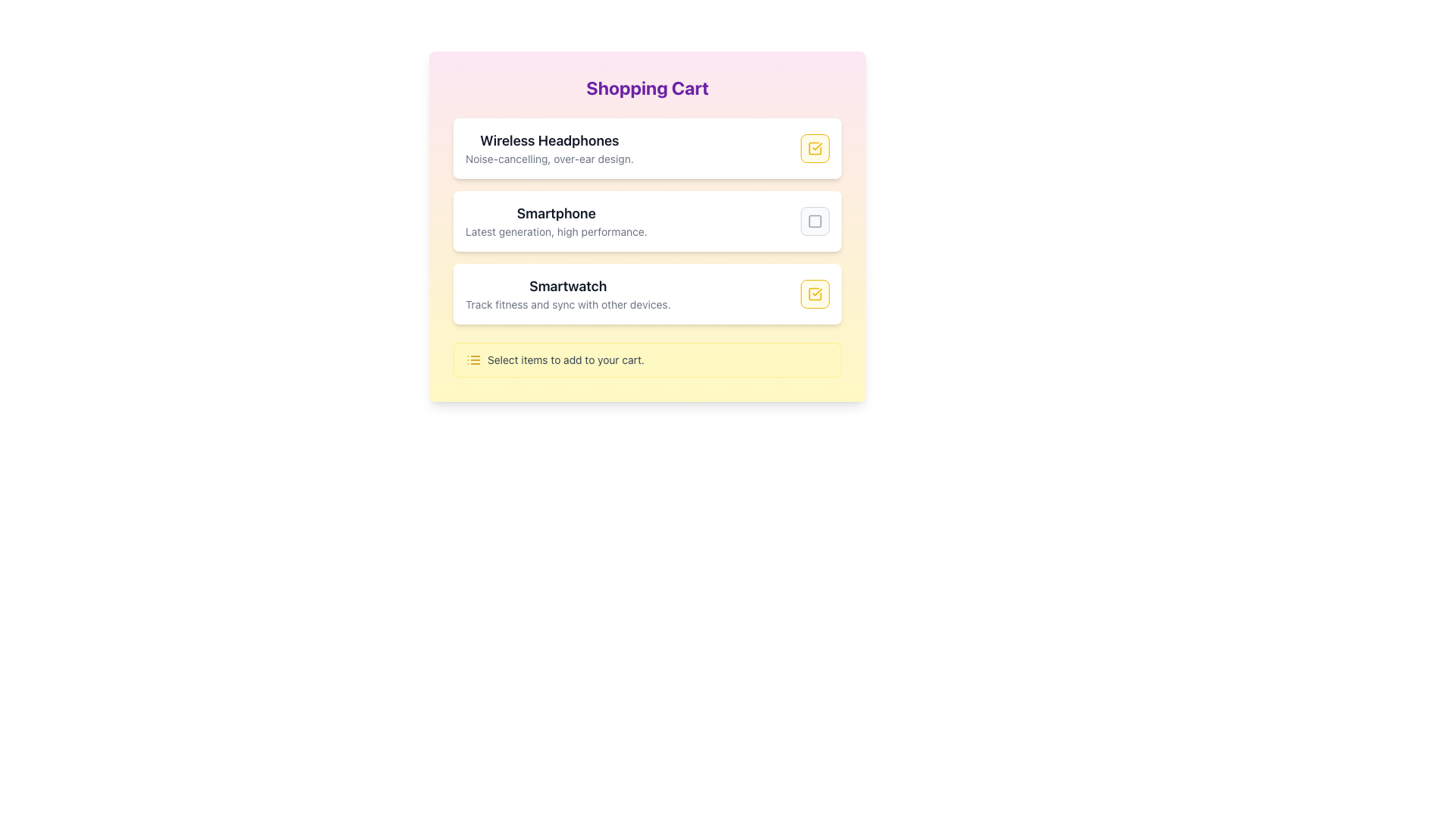 This screenshot has width=1456, height=819. Describe the element at coordinates (814, 294) in the screenshot. I see `the checkbox located` at that location.